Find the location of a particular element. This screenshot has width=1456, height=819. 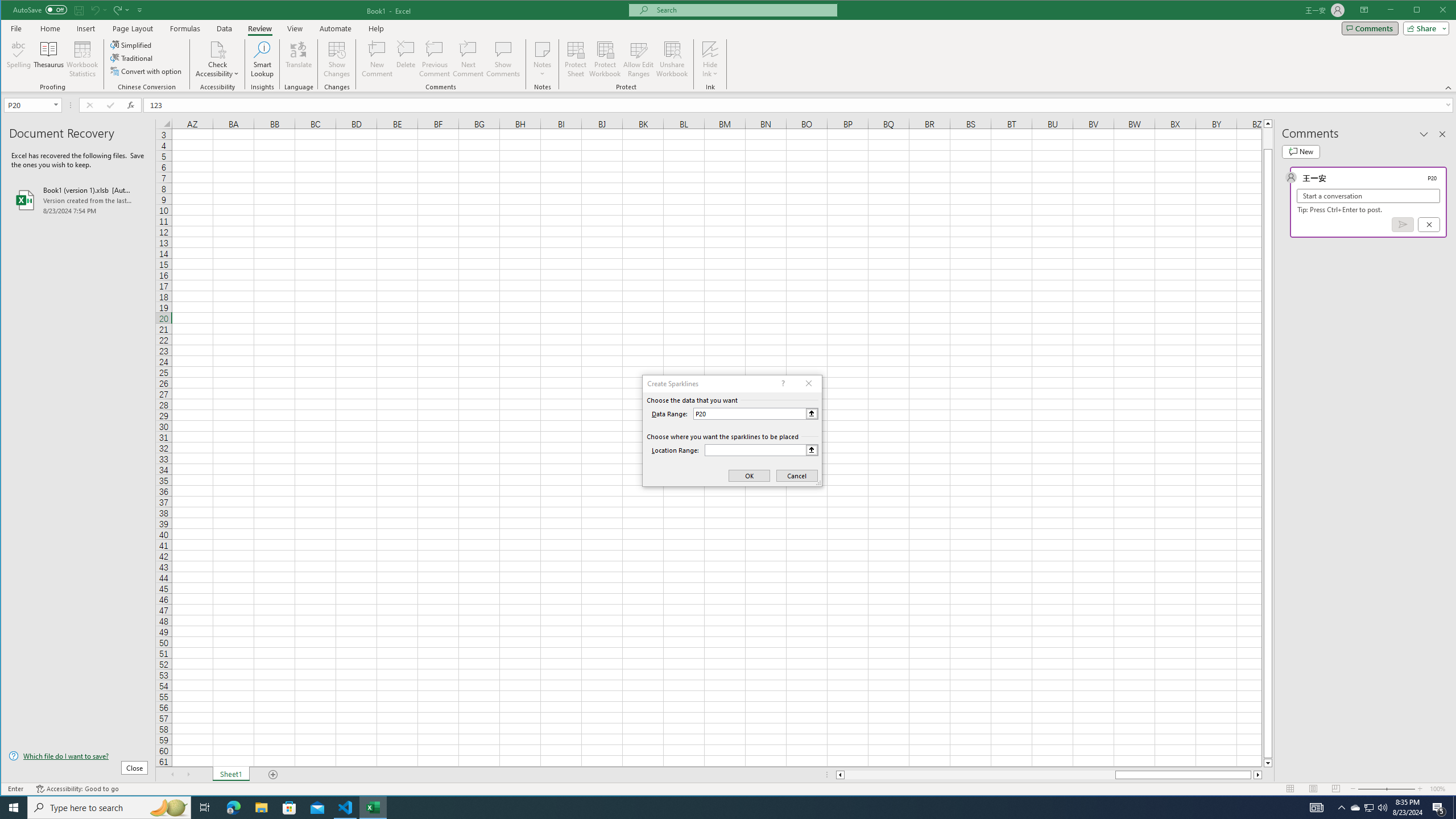

'Show Comments' is located at coordinates (503, 59).